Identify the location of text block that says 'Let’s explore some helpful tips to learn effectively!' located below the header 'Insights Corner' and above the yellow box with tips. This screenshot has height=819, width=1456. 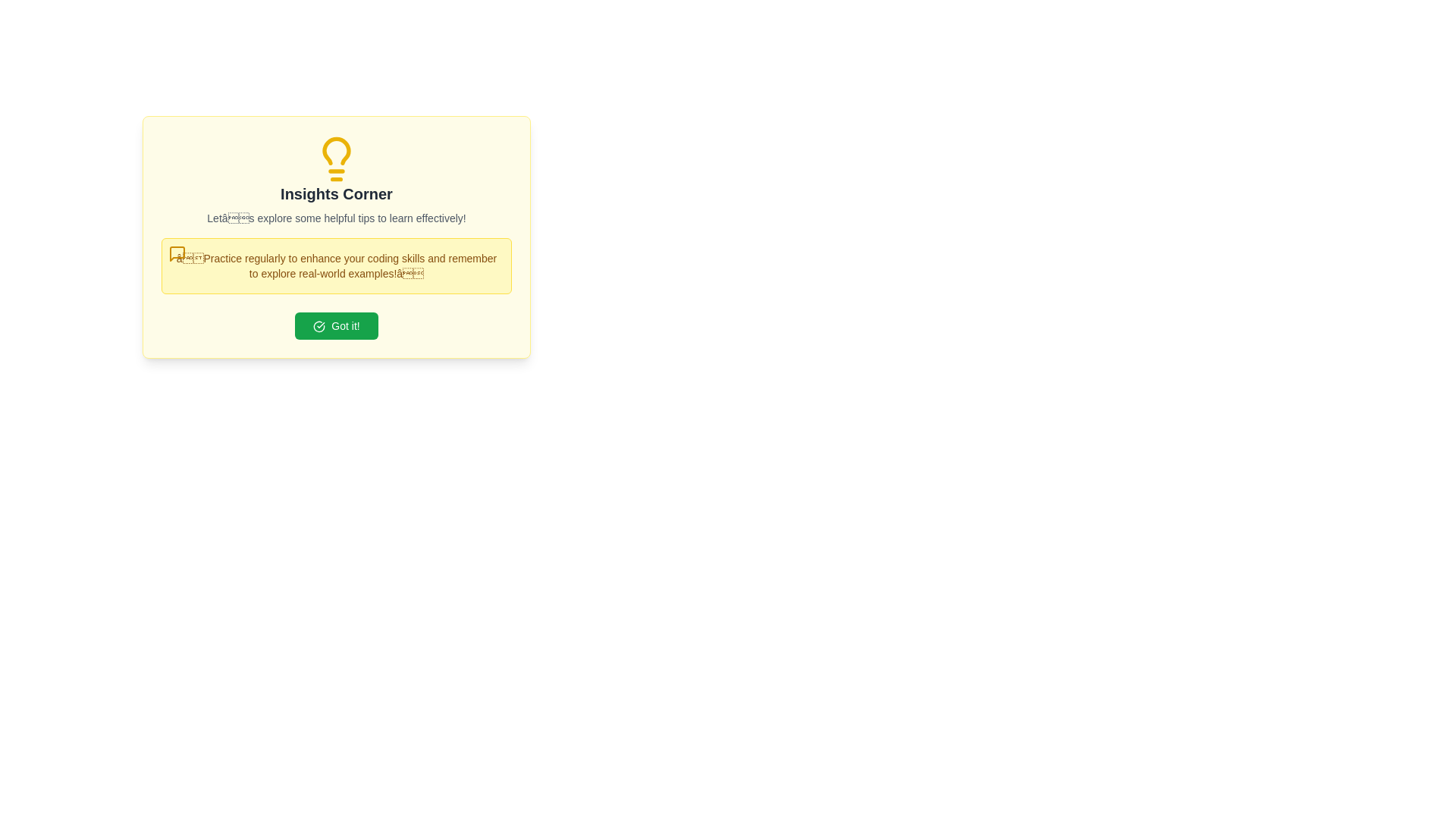
(336, 218).